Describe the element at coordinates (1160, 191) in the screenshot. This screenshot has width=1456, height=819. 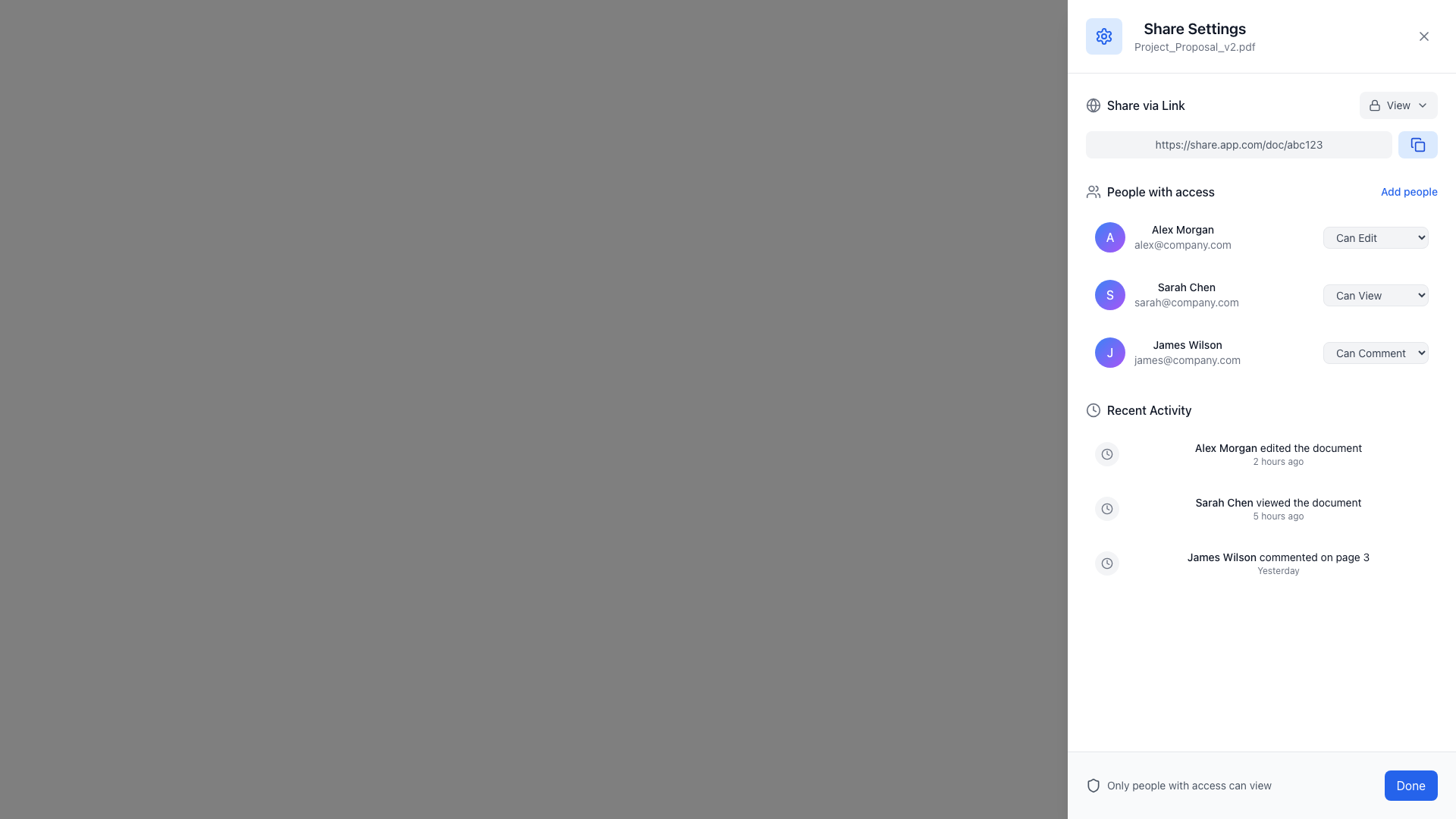
I see `the text label 'People with access' located in the 'Share Settings' panel, which is positioned below 'Share via Link' and above user profiles` at that location.